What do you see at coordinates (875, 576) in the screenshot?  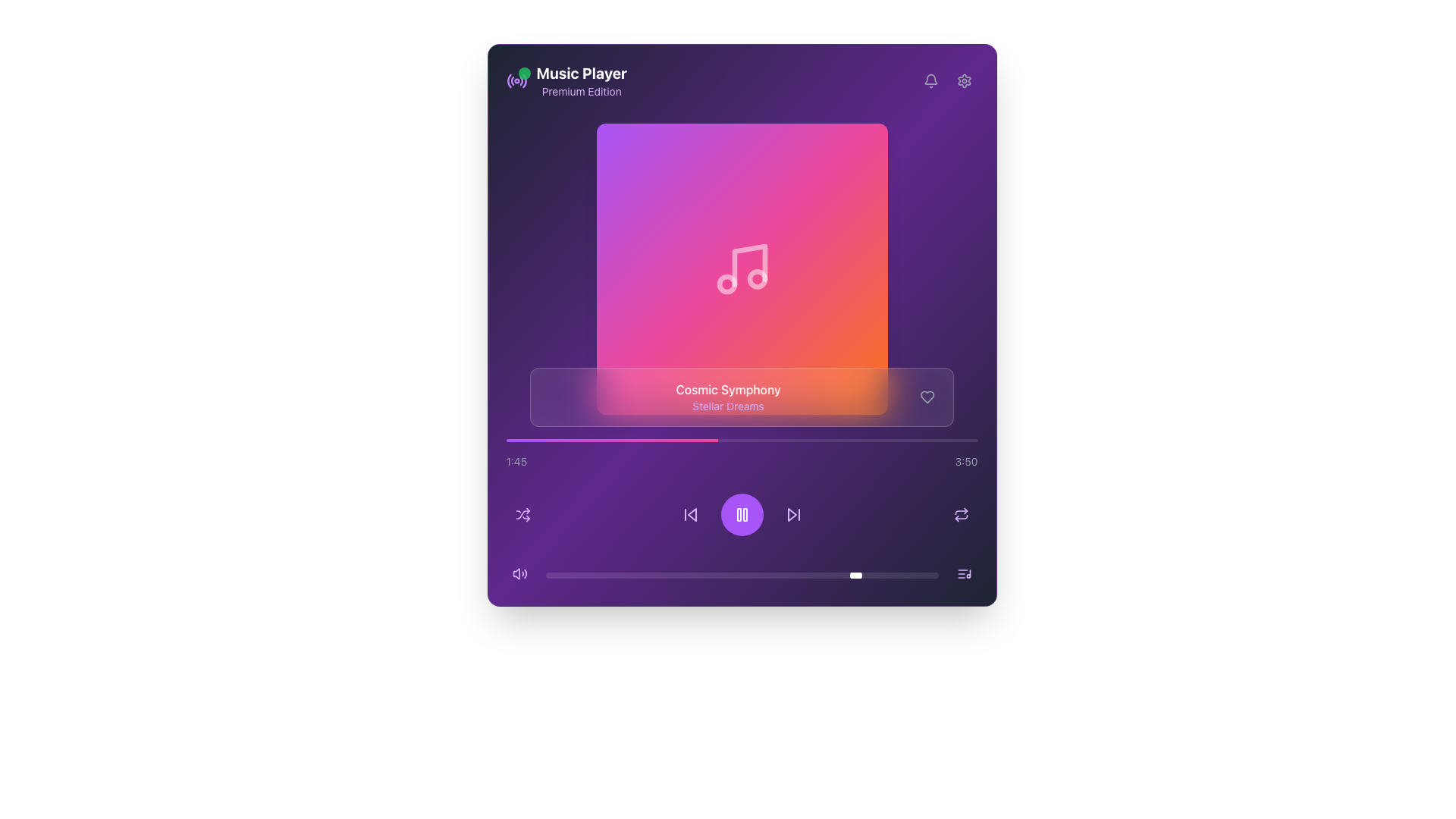 I see `the slider value` at bounding box center [875, 576].